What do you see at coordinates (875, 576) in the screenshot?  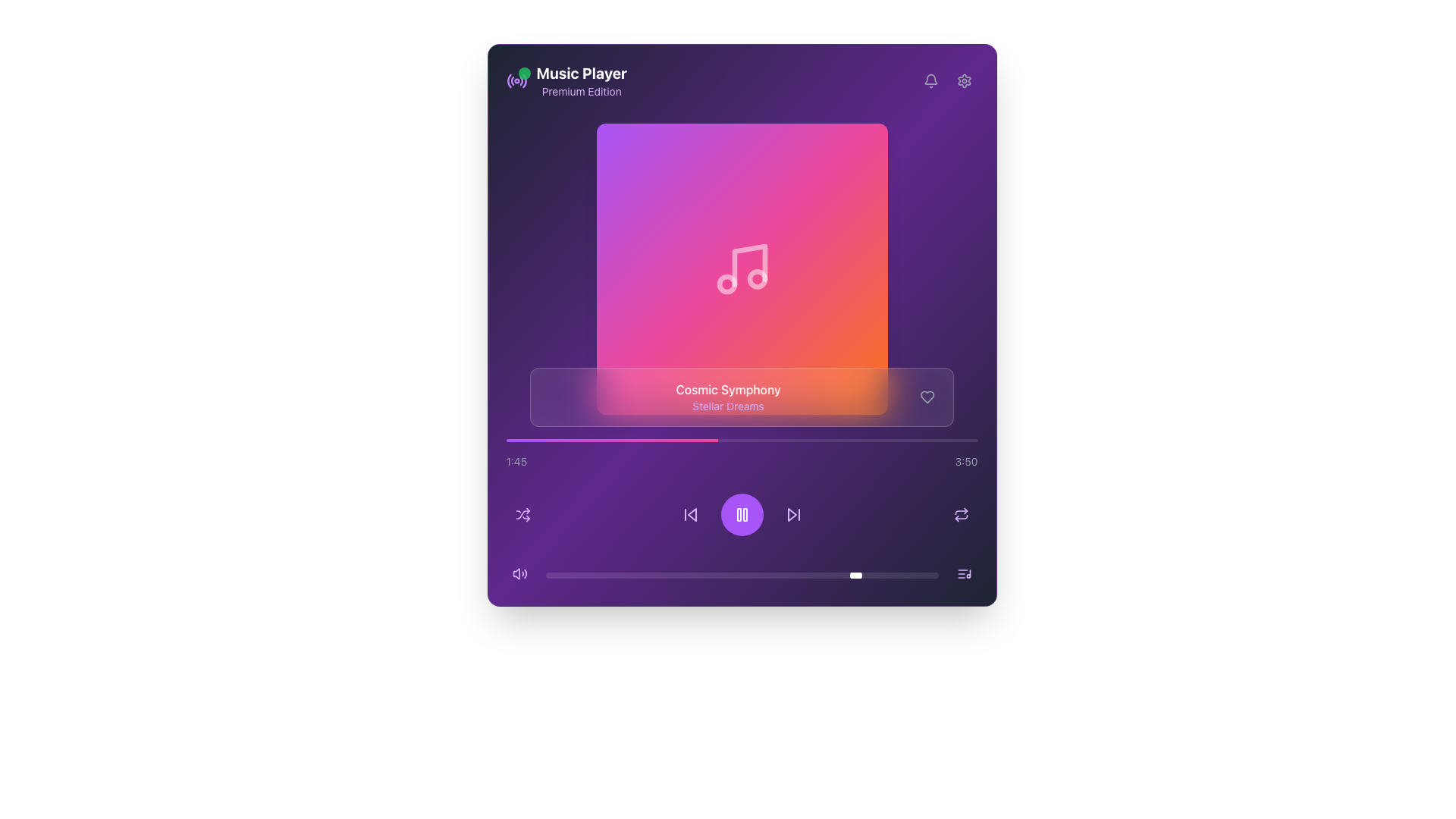 I see `the slider value` at bounding box center [875, 576].